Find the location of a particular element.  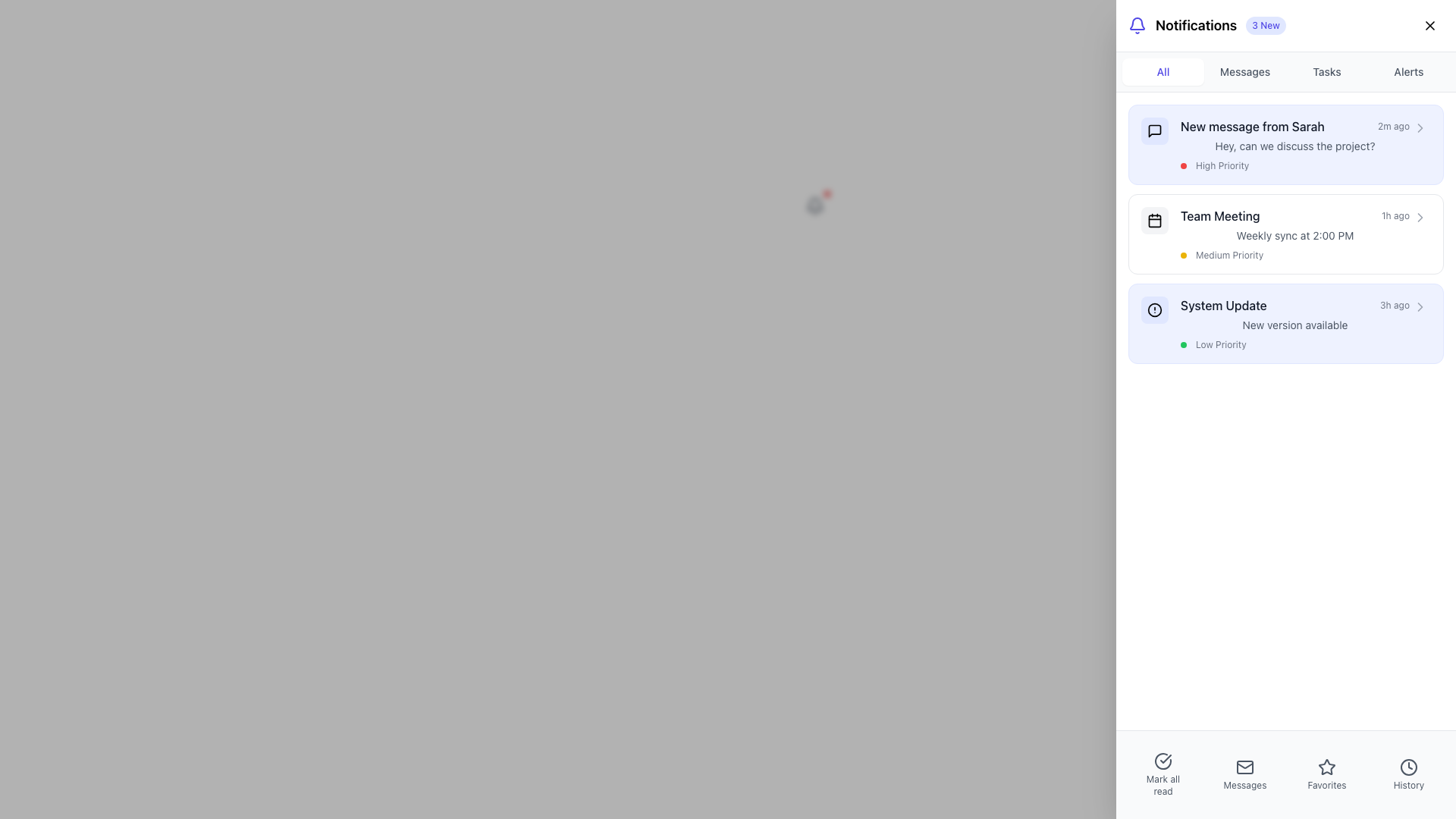

the button located at the right end of the notification item labeled 'New message from Sarah' is located at coordinates (1419, 127).